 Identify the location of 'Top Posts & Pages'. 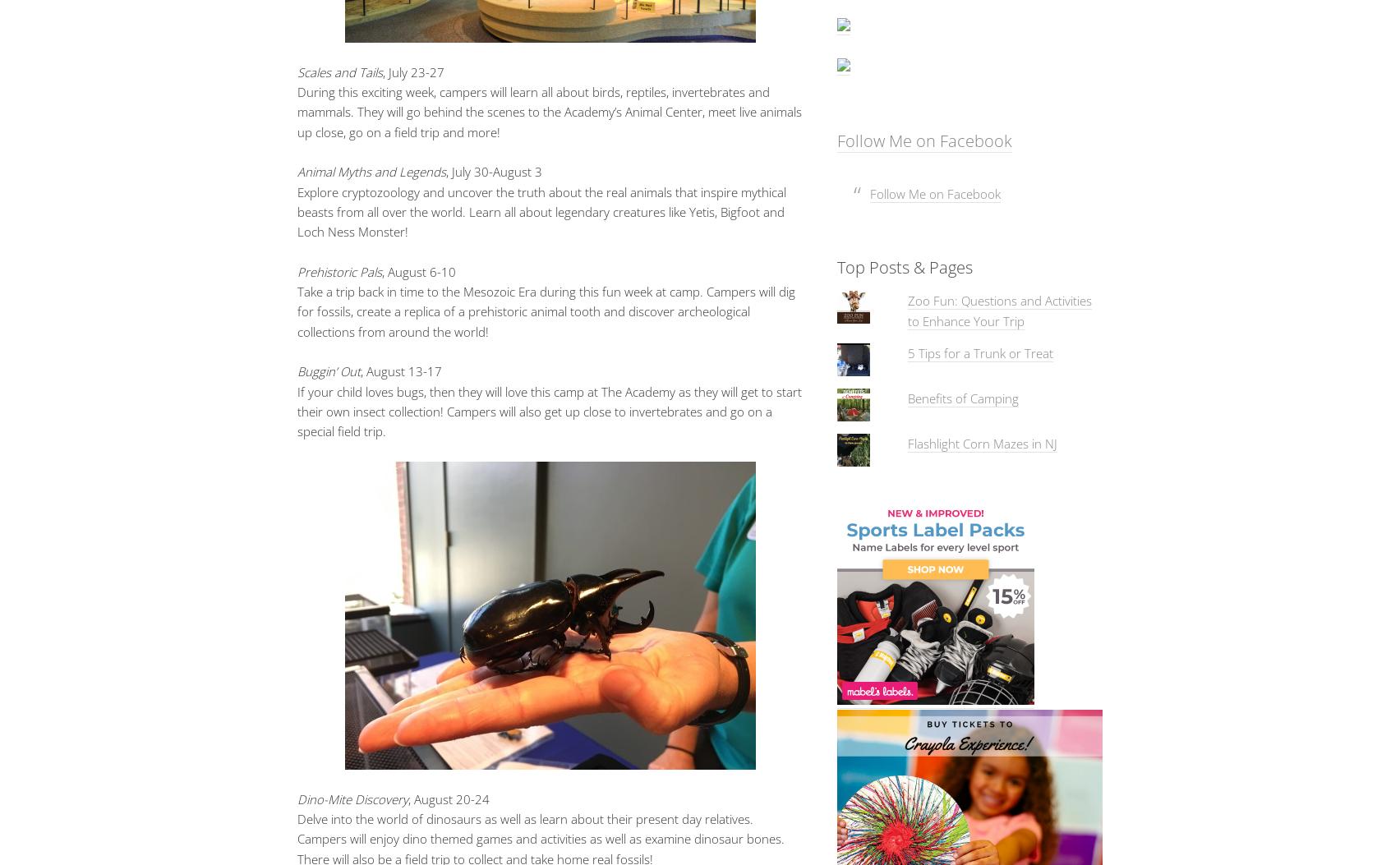
(903, 267).